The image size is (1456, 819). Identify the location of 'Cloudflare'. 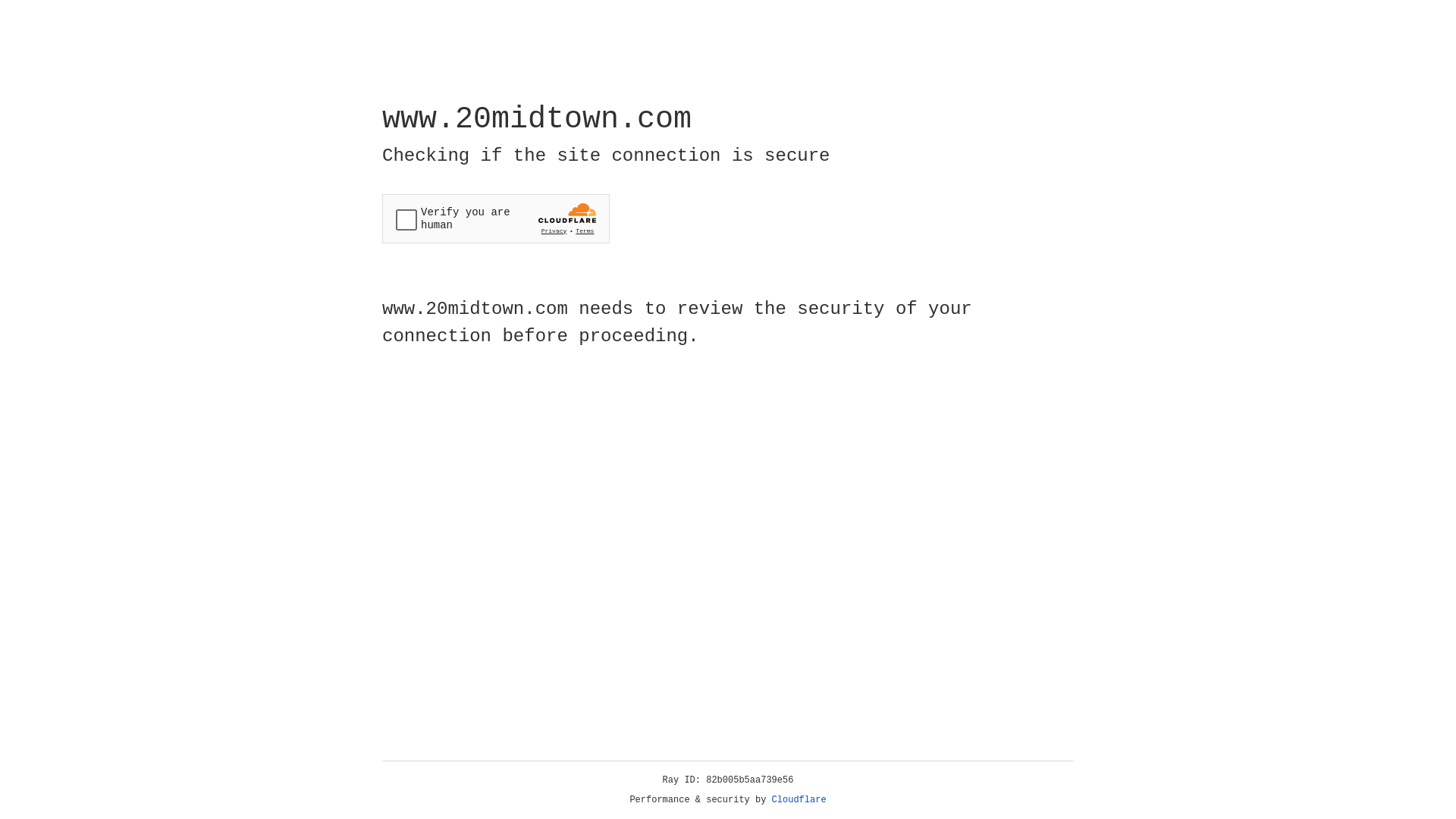
(799, 799).